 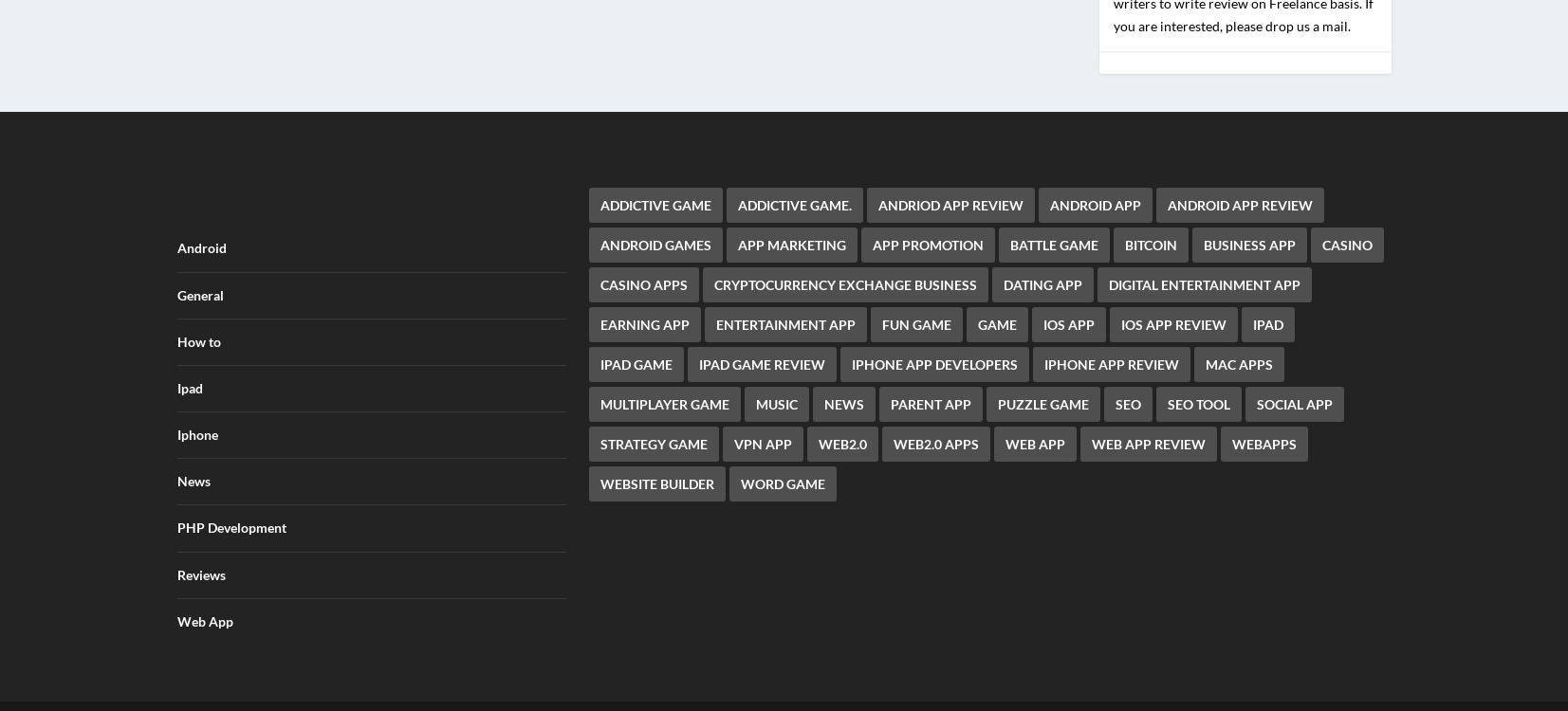 What do you see at coordinates (1295, 392) in the screenshot?
I see `'Social App'` at bounding box center [1295, 392].